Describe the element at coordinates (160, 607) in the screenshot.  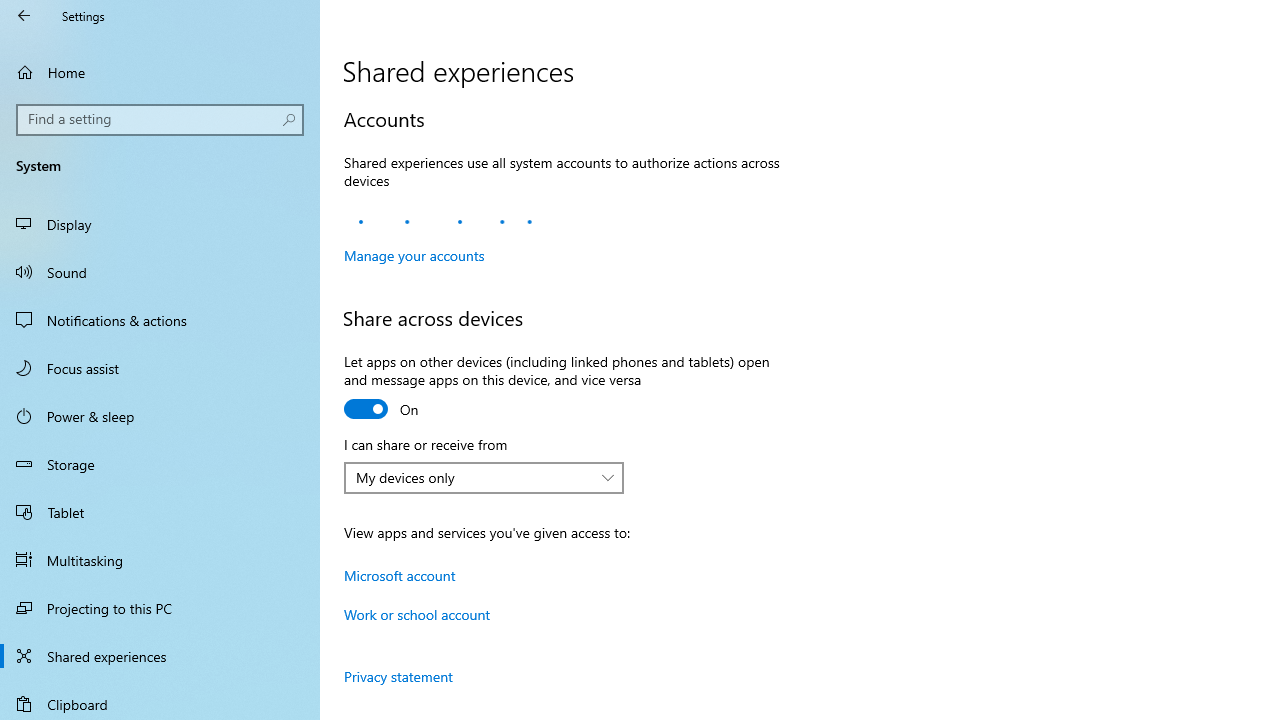
I see `'Projecting to this PC'` at that location.